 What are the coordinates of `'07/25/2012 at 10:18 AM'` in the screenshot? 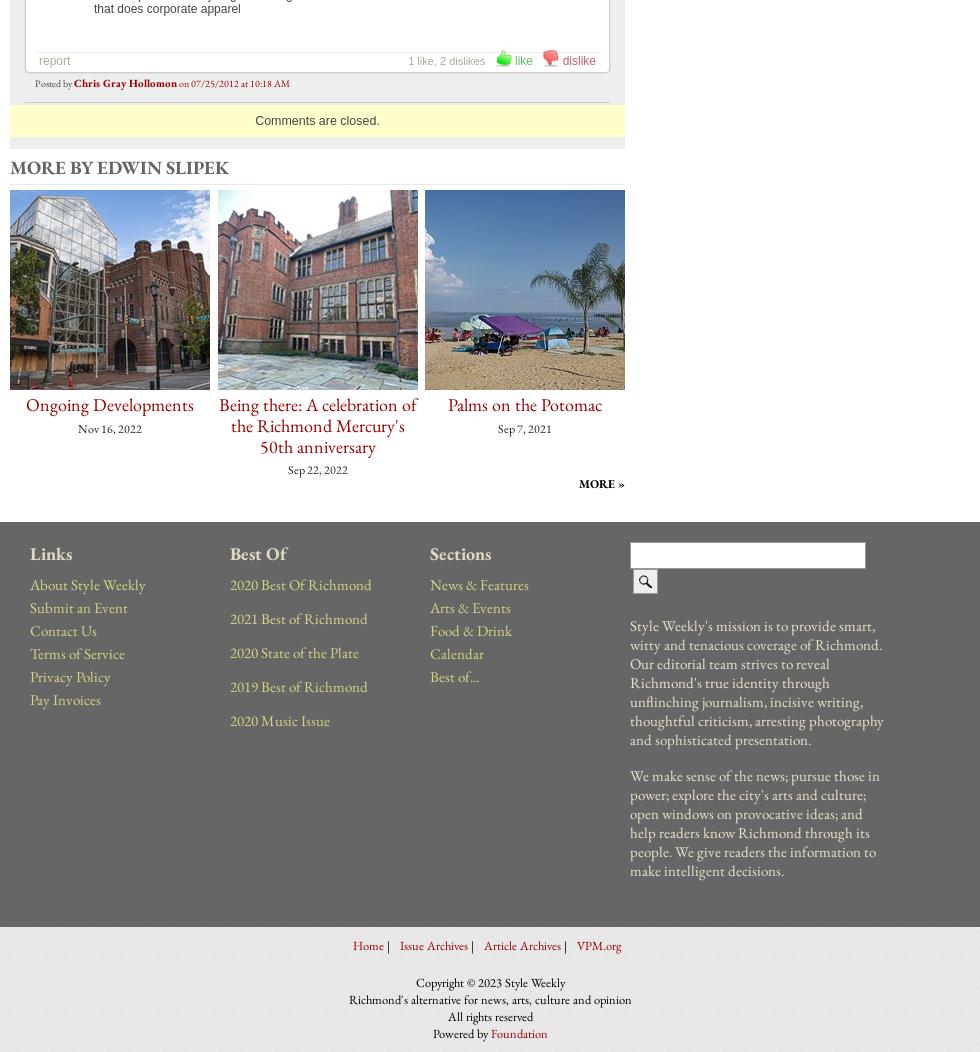 It's located at (240, 82).